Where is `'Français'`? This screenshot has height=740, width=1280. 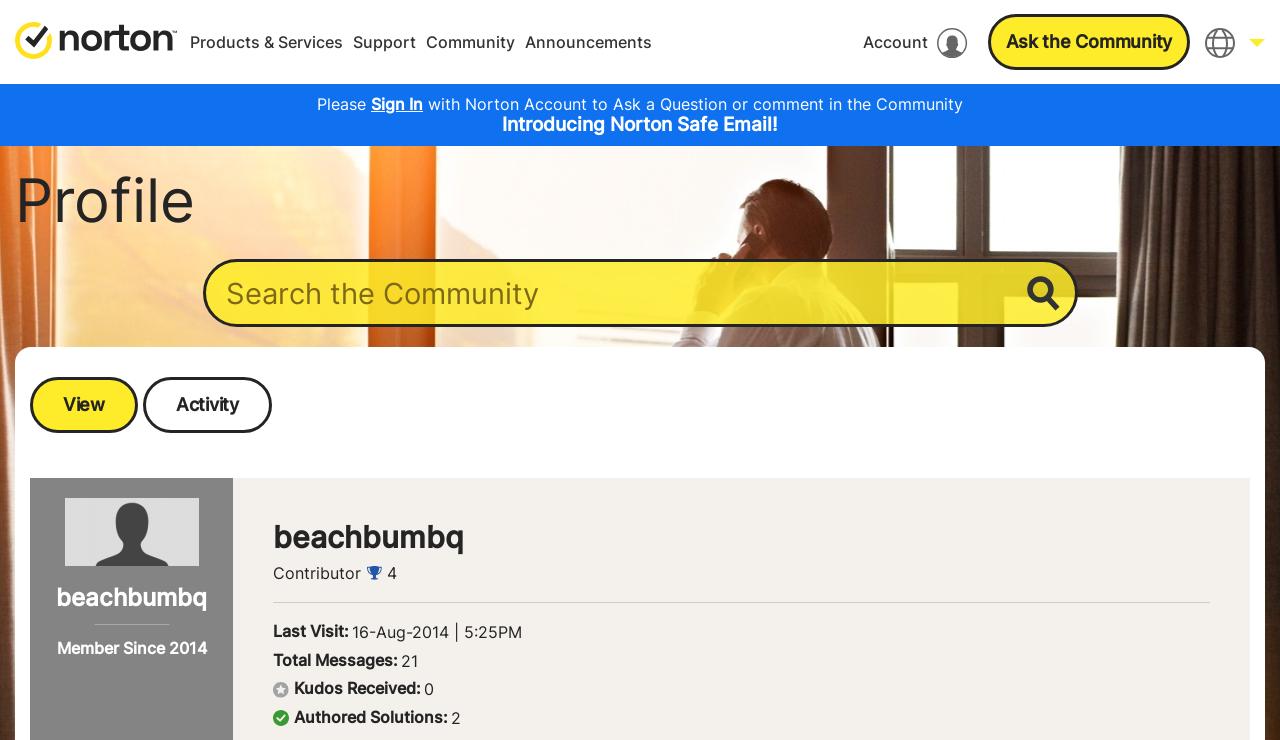 'Français' is located at coordinates (1084, 166).